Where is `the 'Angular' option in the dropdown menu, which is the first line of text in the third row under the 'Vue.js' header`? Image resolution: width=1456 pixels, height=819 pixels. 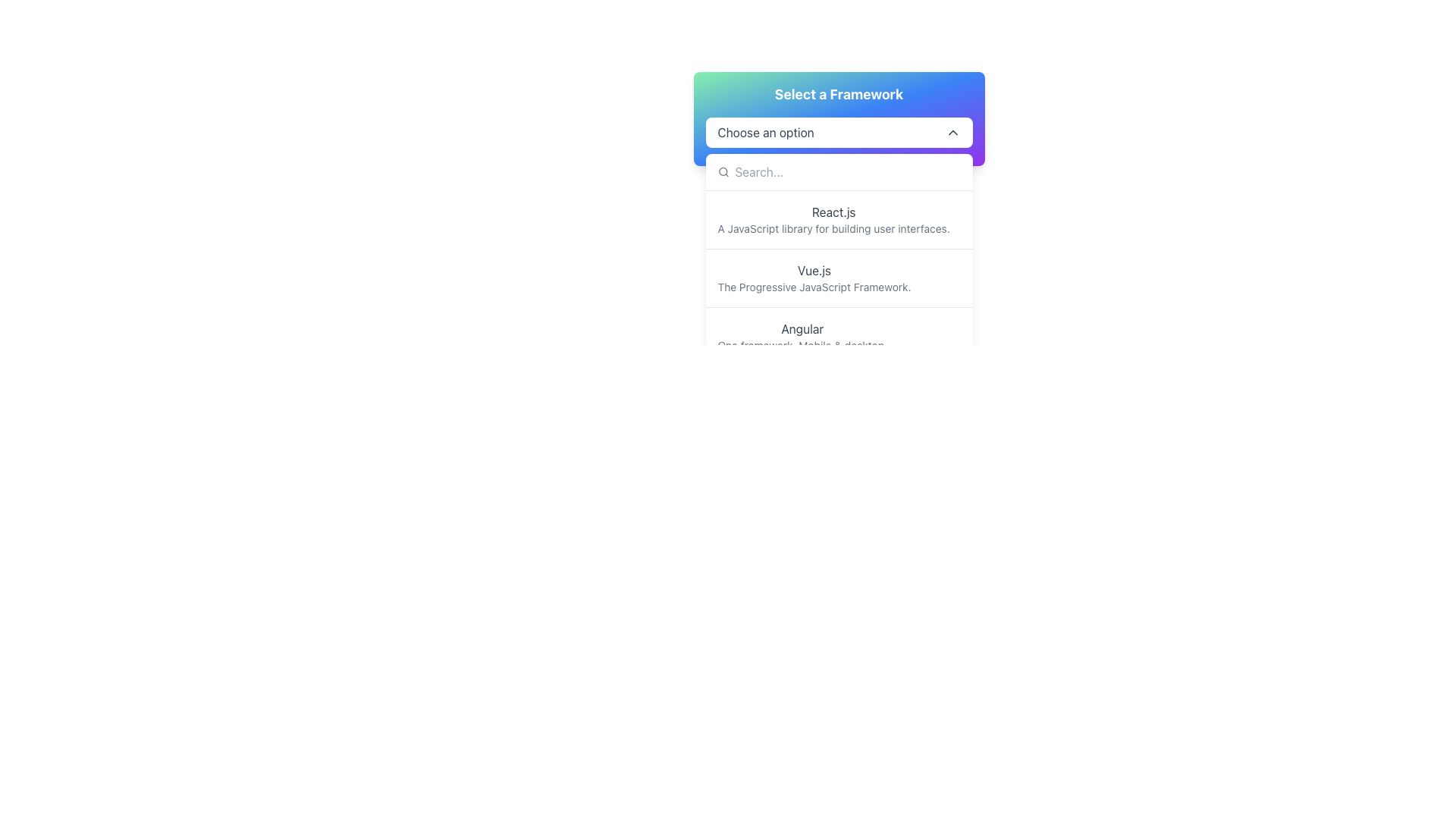 the 'Angular' option in the dropdown menu, which is the first line of text in the third row under the 'Vue.js' header is located at coordinates (802, 328).